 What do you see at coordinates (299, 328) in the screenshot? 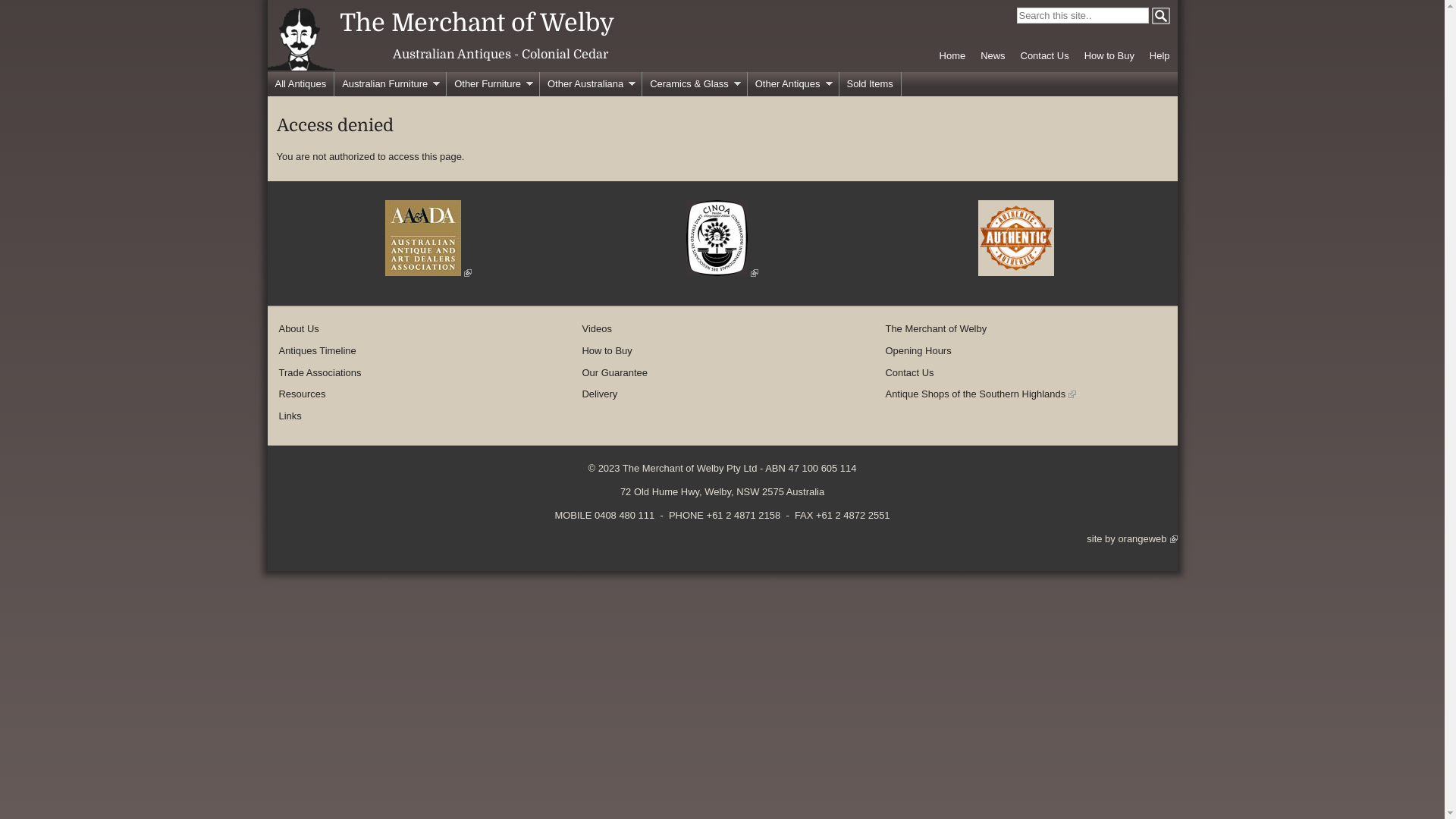
I see `'About Us'` at bounding box center [299, 328].